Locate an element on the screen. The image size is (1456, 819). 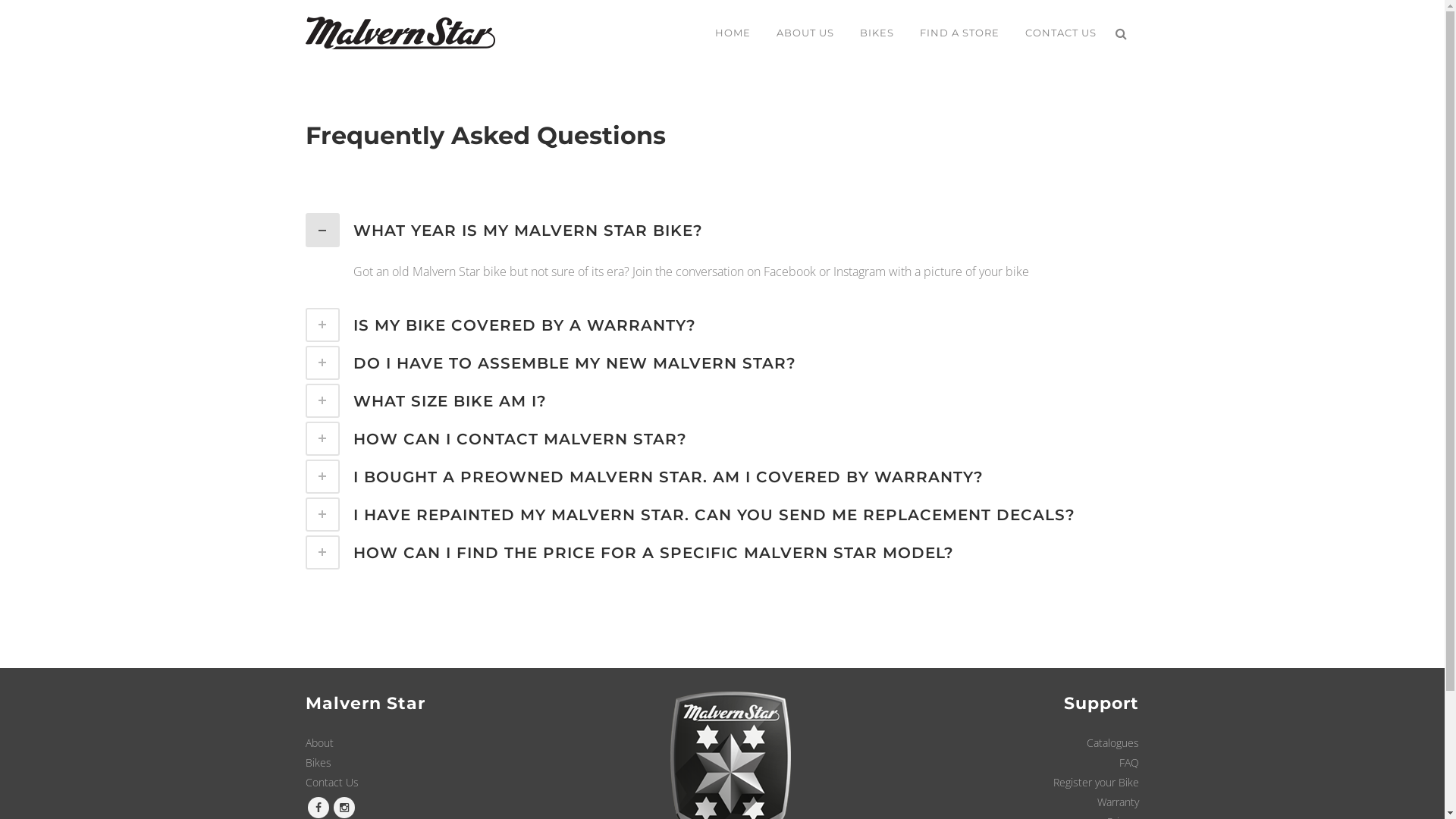
'Register your Bike' is located at coordinates (1096, 782).